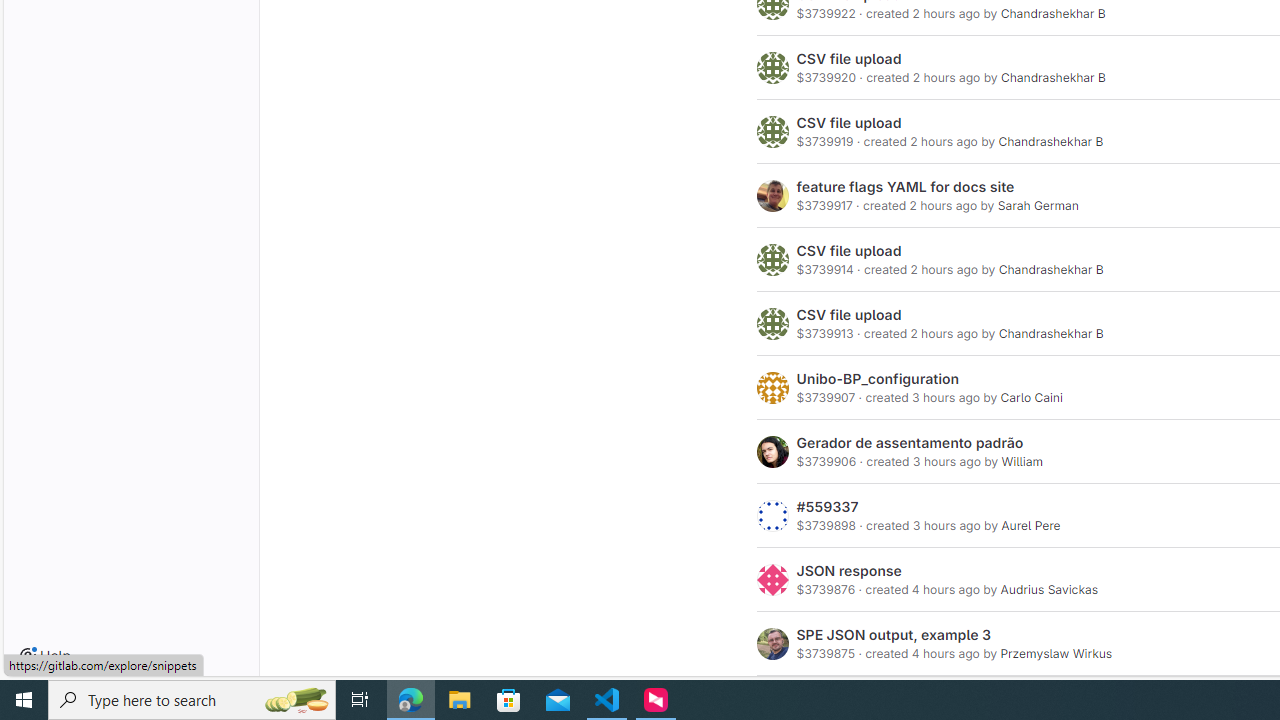 The width and height of the screenshot is (1280, 720). I want to click on 'Aurel Pere', so click(1031, 524).